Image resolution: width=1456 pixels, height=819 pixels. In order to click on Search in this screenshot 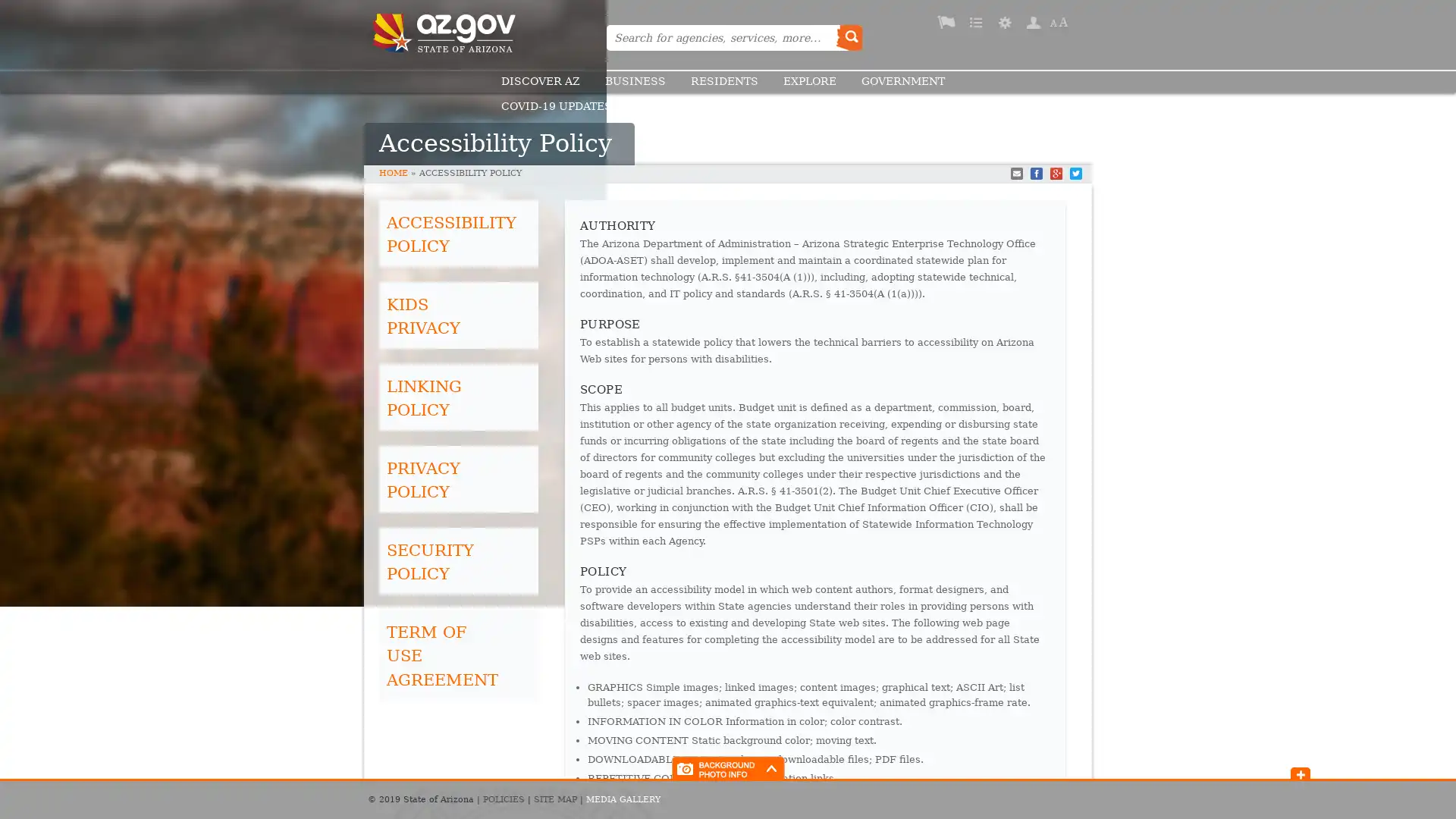, I will do `click(848, 37)`.